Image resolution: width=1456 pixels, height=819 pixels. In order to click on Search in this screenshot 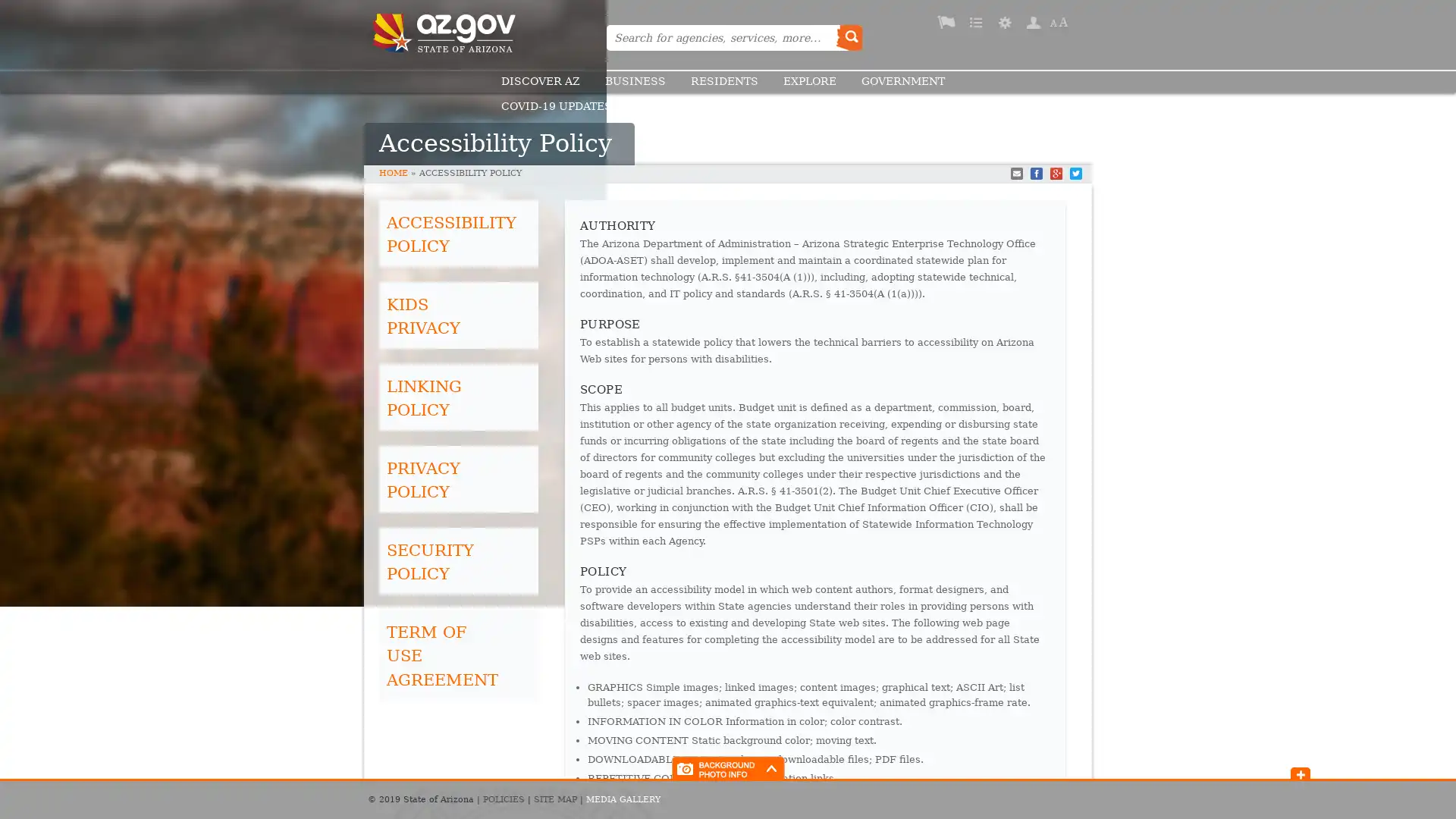, I will do `click(848, 37)`.